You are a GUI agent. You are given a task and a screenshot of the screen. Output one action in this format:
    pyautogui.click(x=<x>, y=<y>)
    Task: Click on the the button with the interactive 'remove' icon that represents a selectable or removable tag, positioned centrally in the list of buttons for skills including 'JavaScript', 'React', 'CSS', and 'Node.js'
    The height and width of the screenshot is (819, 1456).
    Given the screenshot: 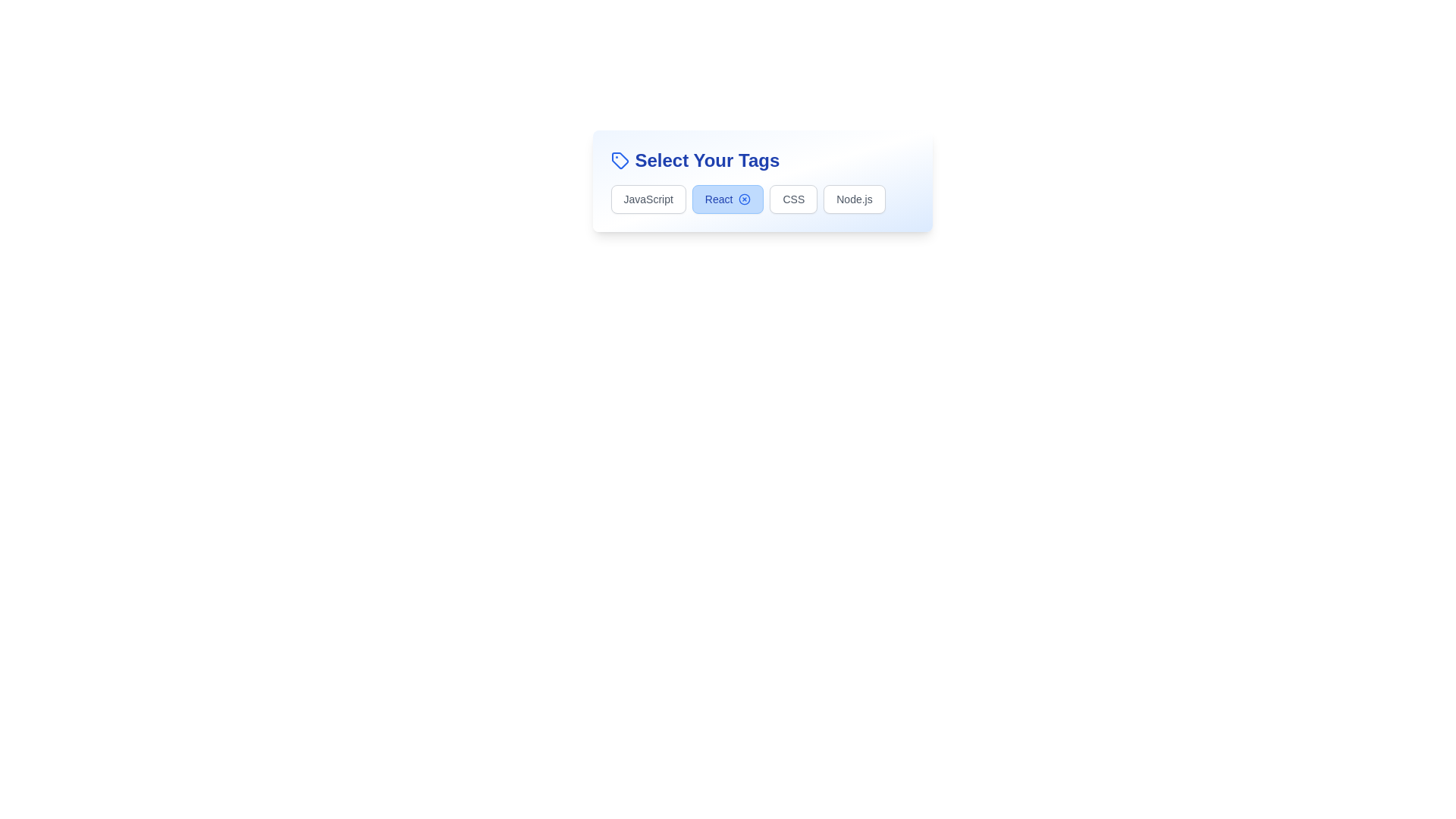 What is the action you would take?
    pyautogui.click(x=728, y=198)
    